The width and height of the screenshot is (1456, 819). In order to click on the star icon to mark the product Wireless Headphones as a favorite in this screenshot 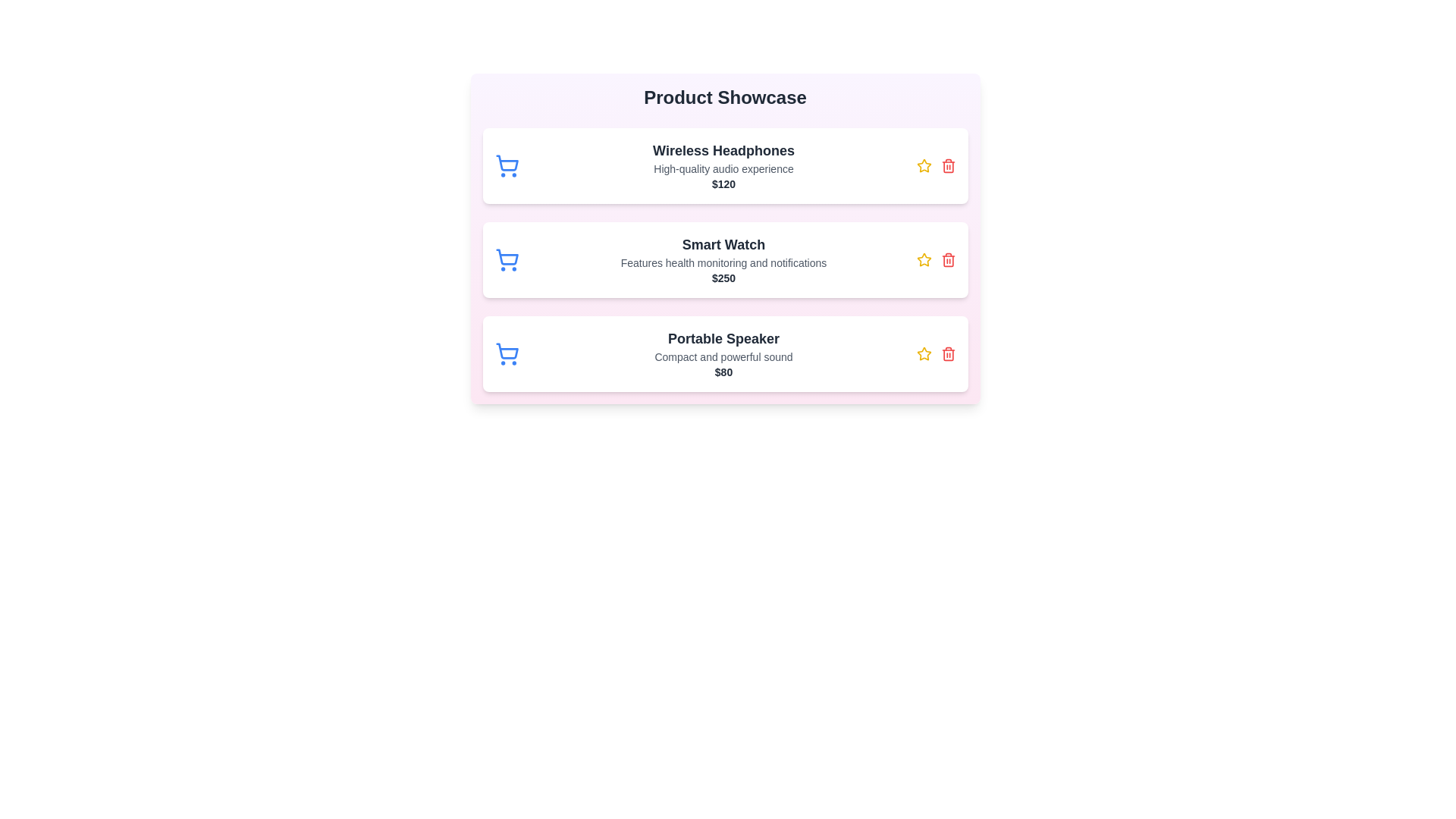, I will do `click(923, 166)`.